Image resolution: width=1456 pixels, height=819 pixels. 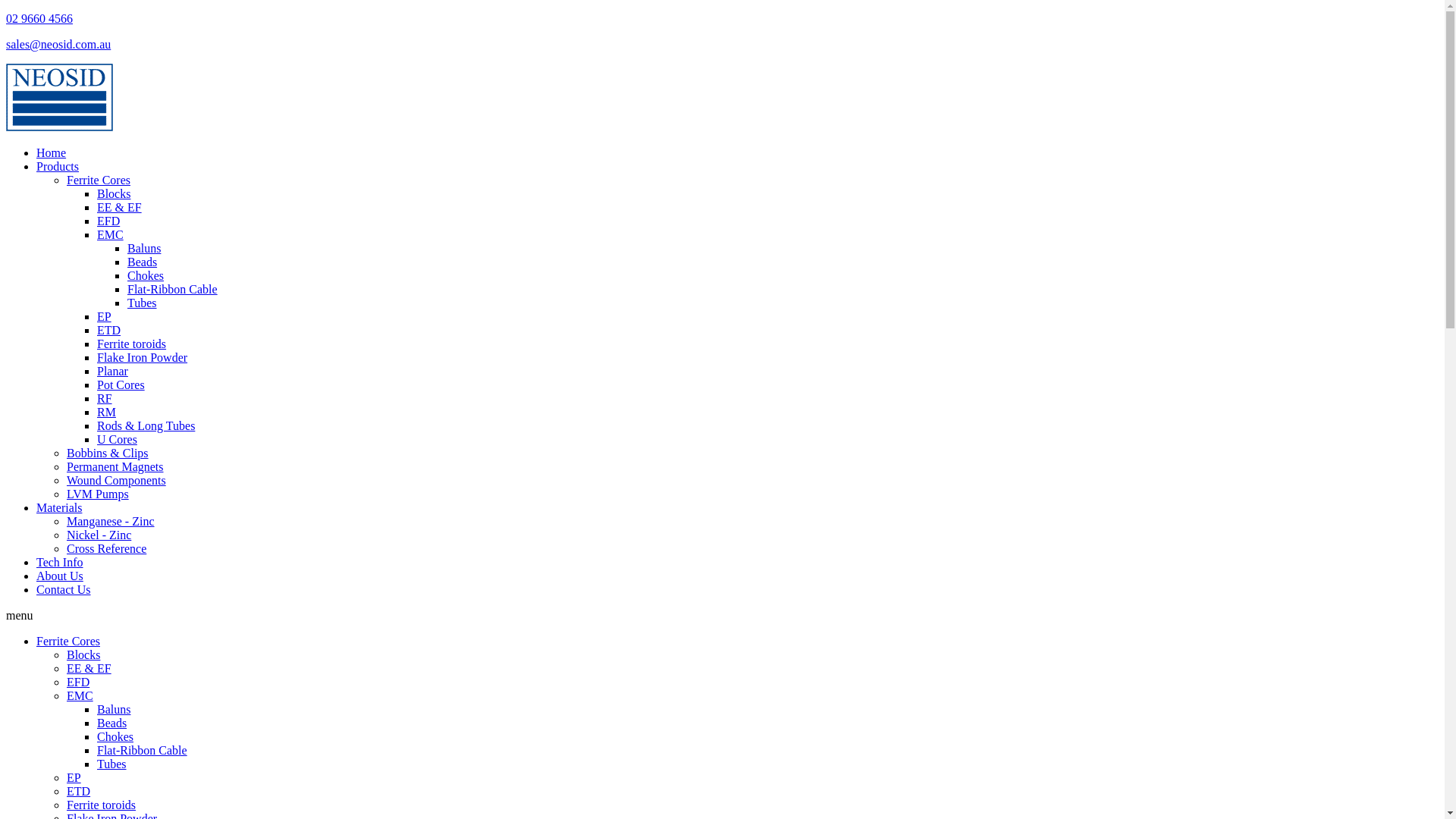 I want to click on 'EMC', so click(x=79, y=695).